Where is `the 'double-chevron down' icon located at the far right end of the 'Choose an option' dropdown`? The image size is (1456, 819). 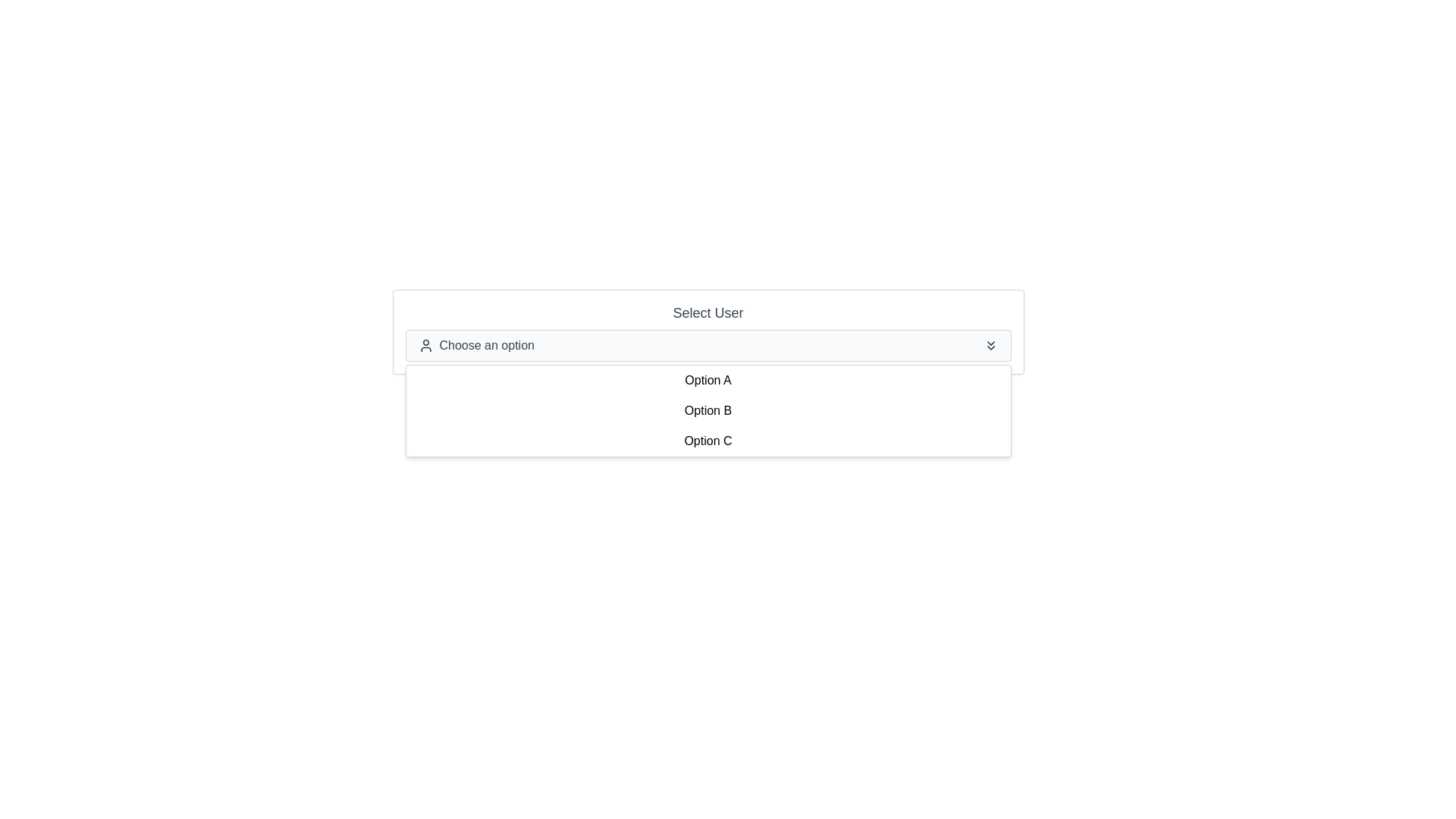
the 'double-chevron down' icon located at the far right end of the 'Choose an option' dropdown is located at coordinates (990, 345).